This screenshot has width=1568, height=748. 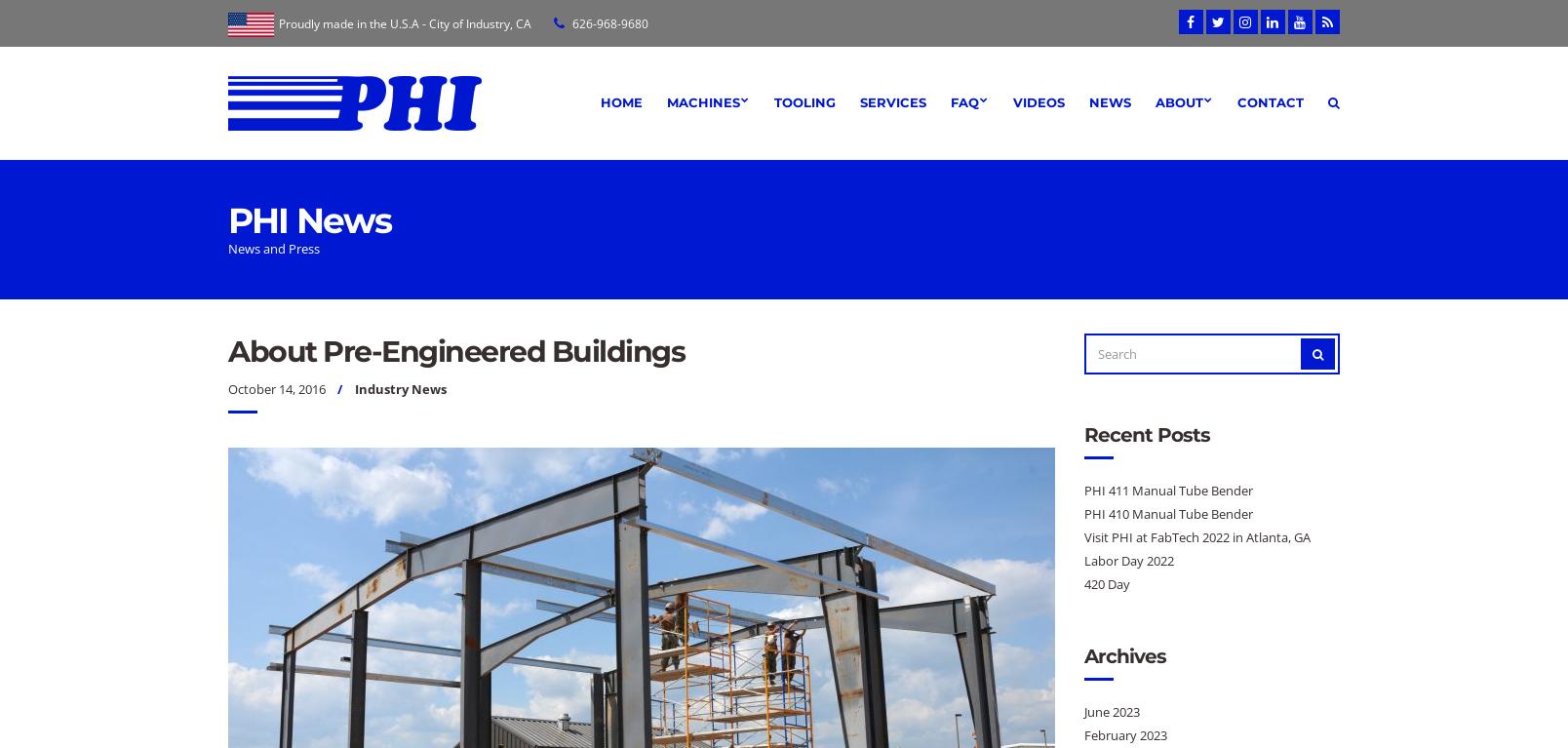 I want to click on 'Archives', so click(x=1081, y=654).